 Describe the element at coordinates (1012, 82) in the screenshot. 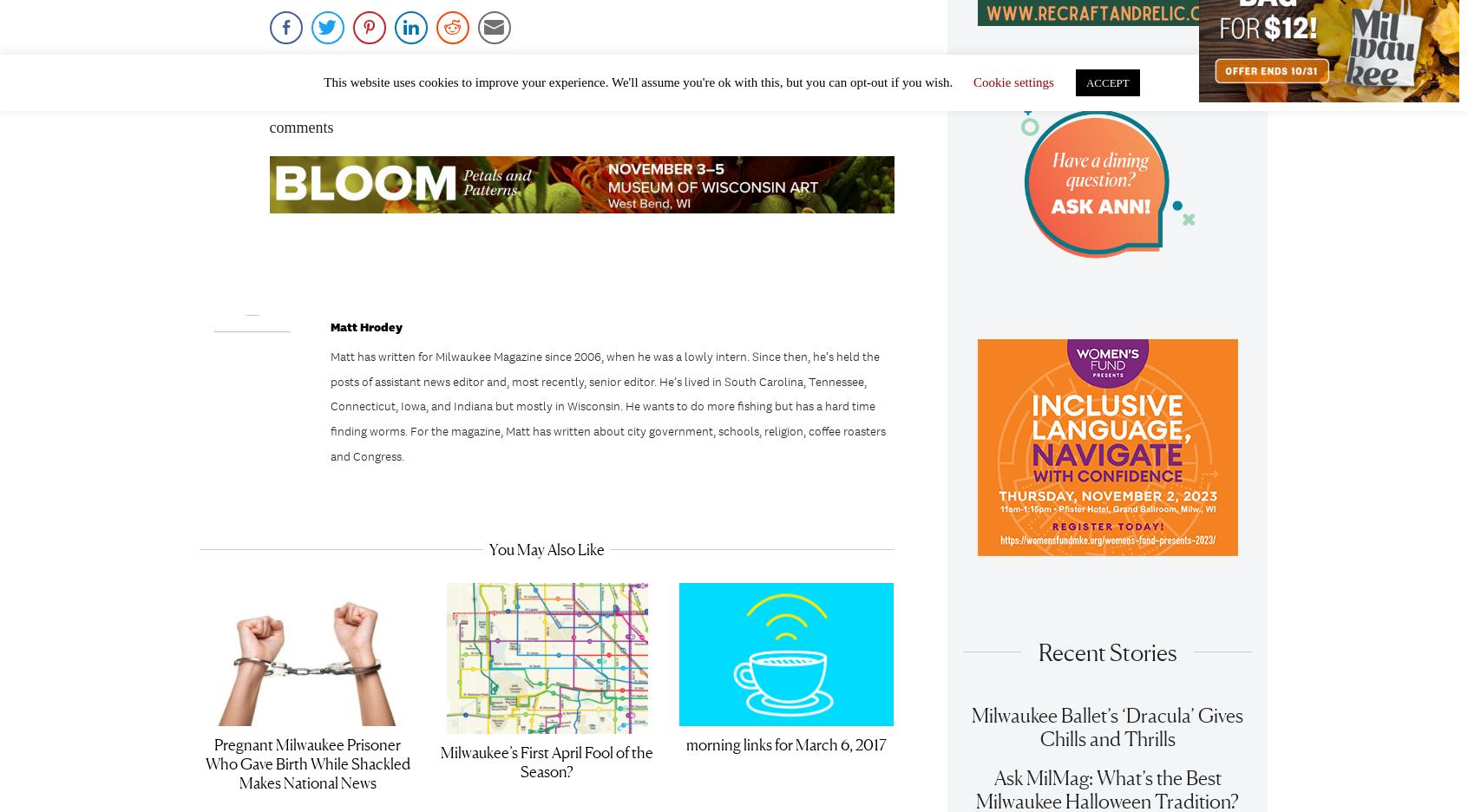

I see `'Cookie settings'` at that location.